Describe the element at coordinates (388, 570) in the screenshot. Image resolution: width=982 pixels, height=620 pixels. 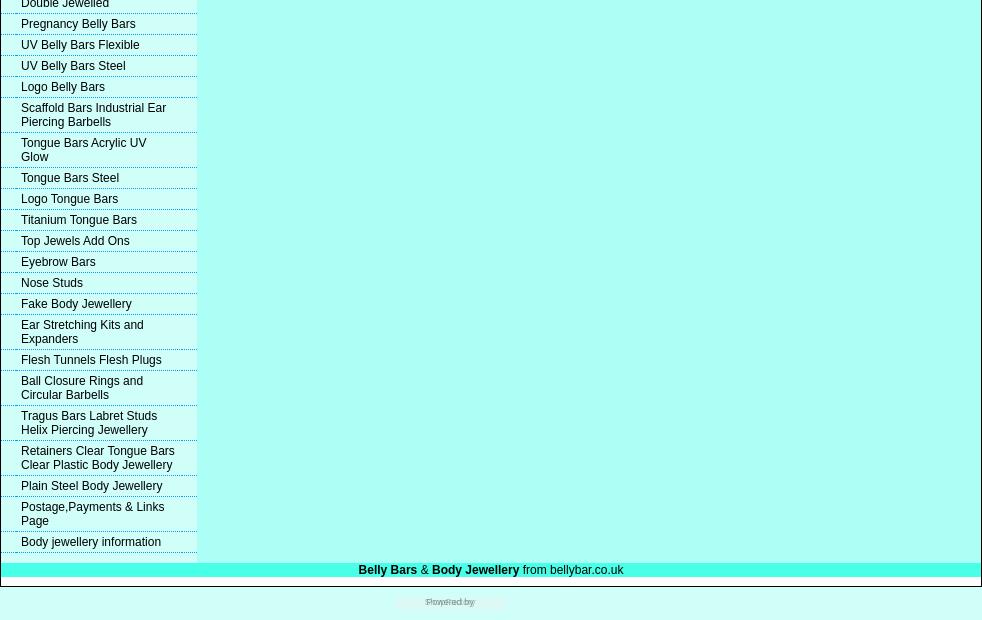
I see `'Belly Bars'` at that location.